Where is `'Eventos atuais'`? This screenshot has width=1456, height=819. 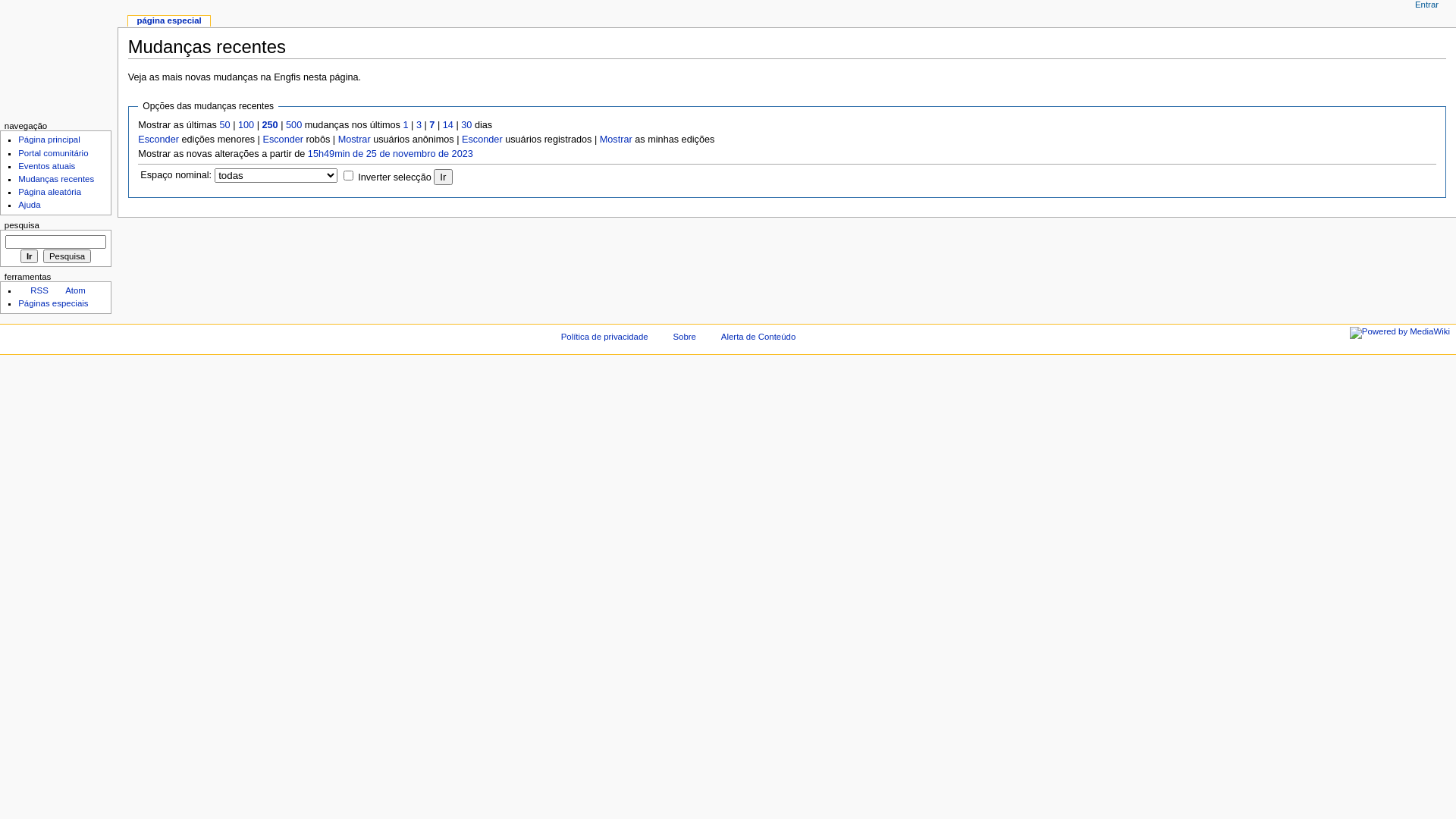
'Eventos atuais' is located at coordinates (46, 166).